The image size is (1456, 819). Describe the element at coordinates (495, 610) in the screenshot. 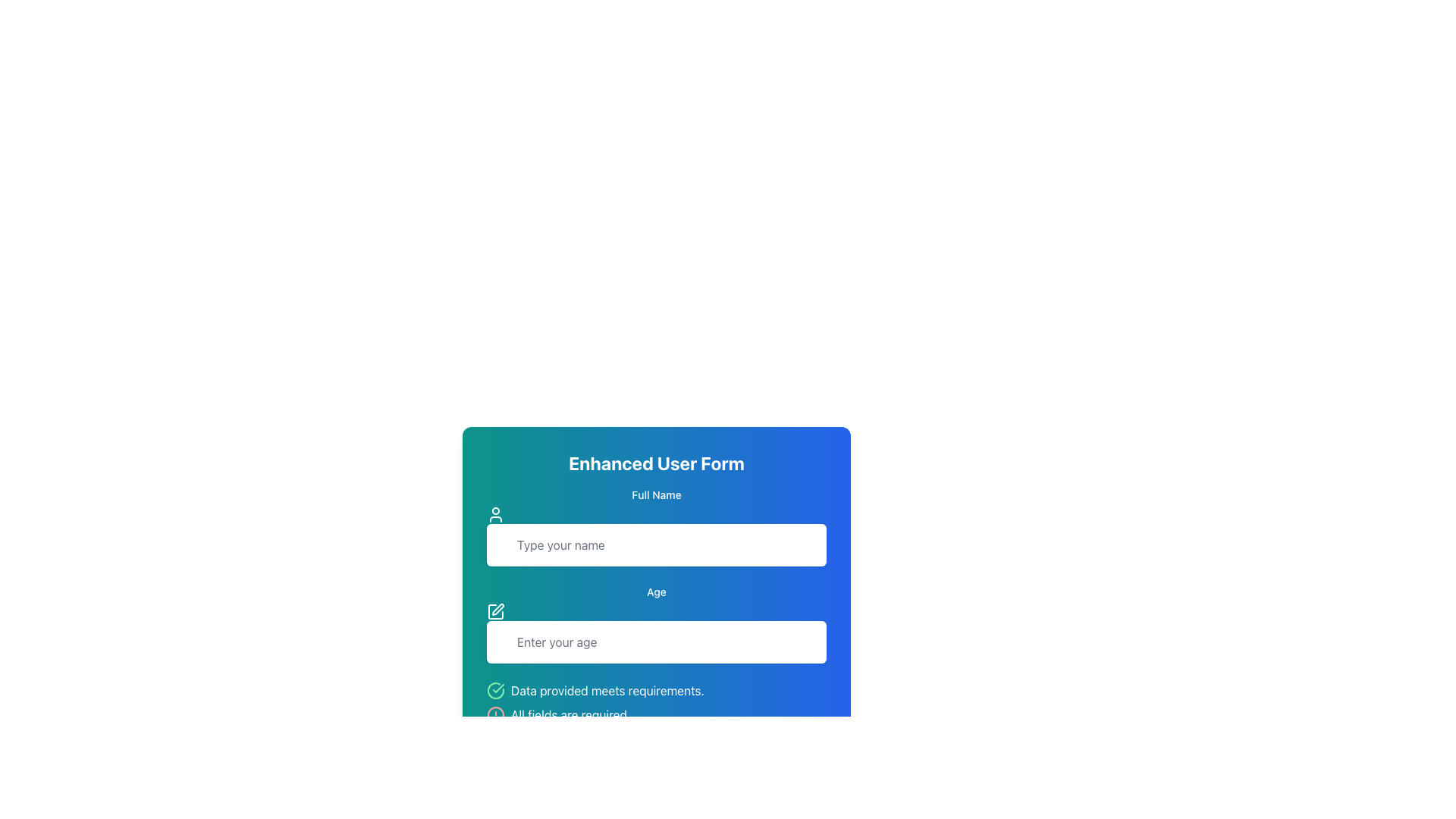

I see `the graphical icon located immediately to the left of the 'Age' text input field` at that location.